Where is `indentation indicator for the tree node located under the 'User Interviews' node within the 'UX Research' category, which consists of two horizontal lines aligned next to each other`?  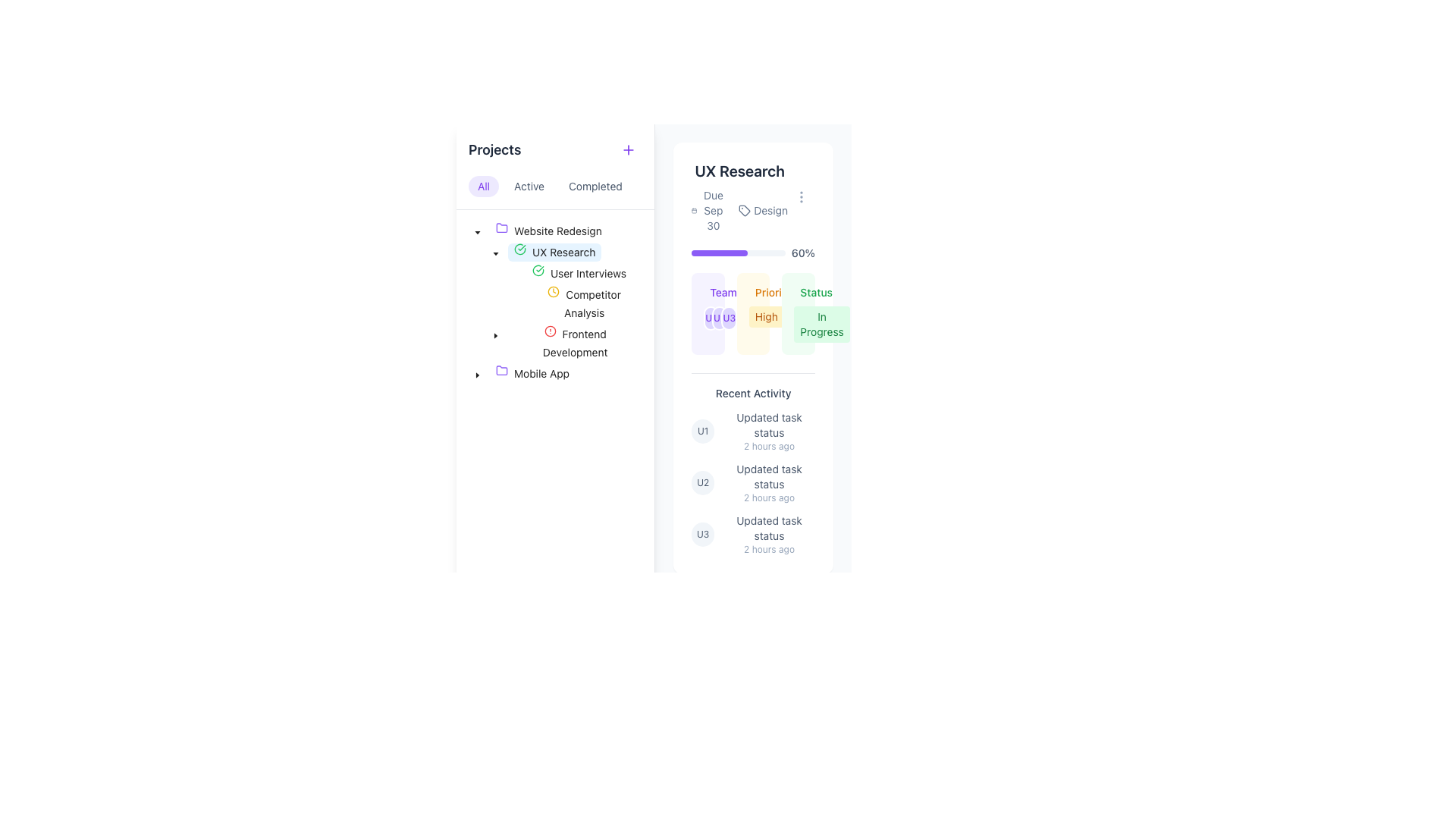 indentation indicator for the tree node located under the 'User Interviews' node within the 'UX Research' category, which consists of two horizontal lines aligned next to each other is located at coordinates (487, 274).